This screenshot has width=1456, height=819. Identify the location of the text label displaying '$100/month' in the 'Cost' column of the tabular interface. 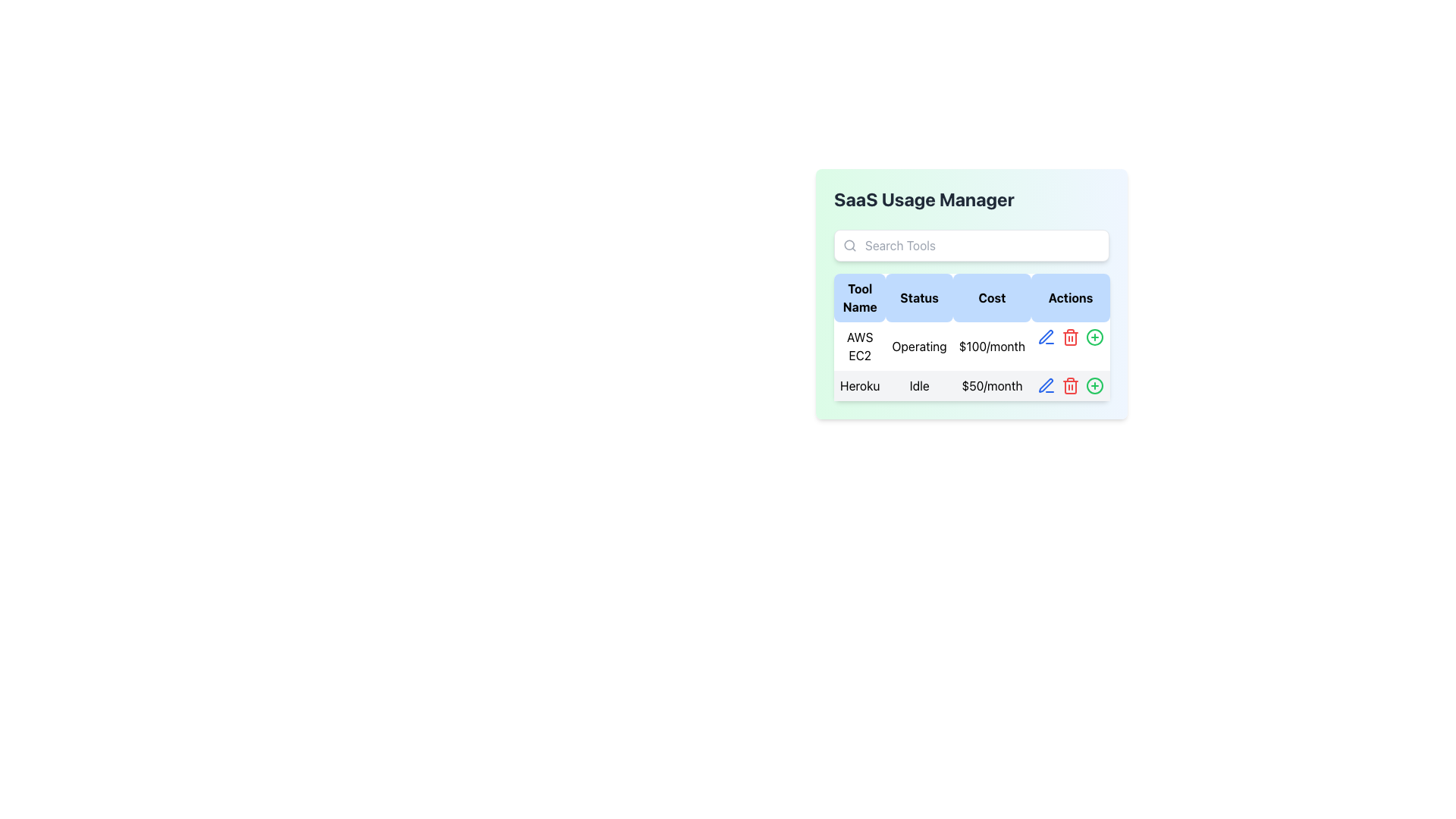
(992, 346).